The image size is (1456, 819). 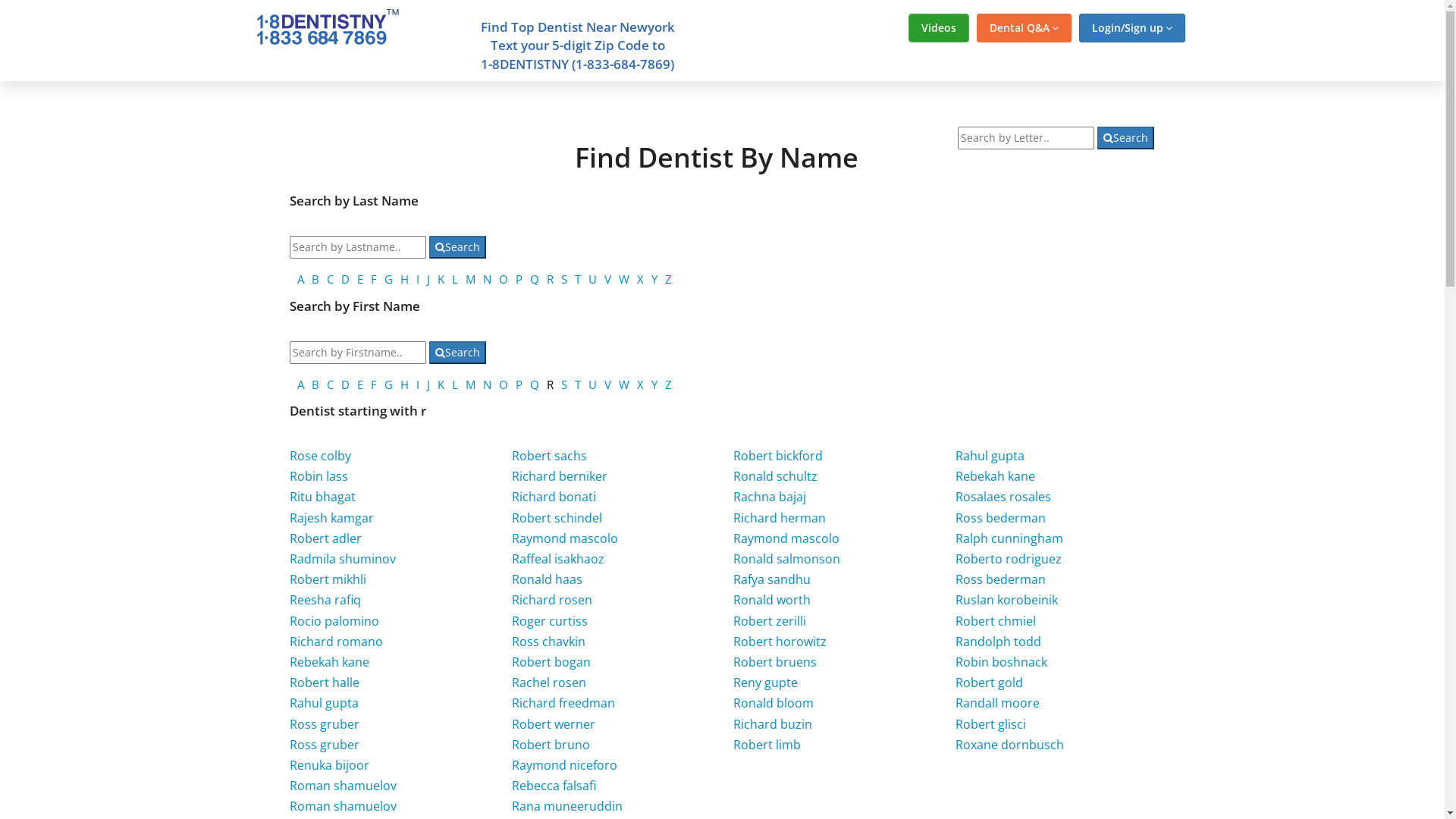 What do you see at coordinates (344, 383) in the screenshot?
I see `'D'` at bounding box center [344, 383].